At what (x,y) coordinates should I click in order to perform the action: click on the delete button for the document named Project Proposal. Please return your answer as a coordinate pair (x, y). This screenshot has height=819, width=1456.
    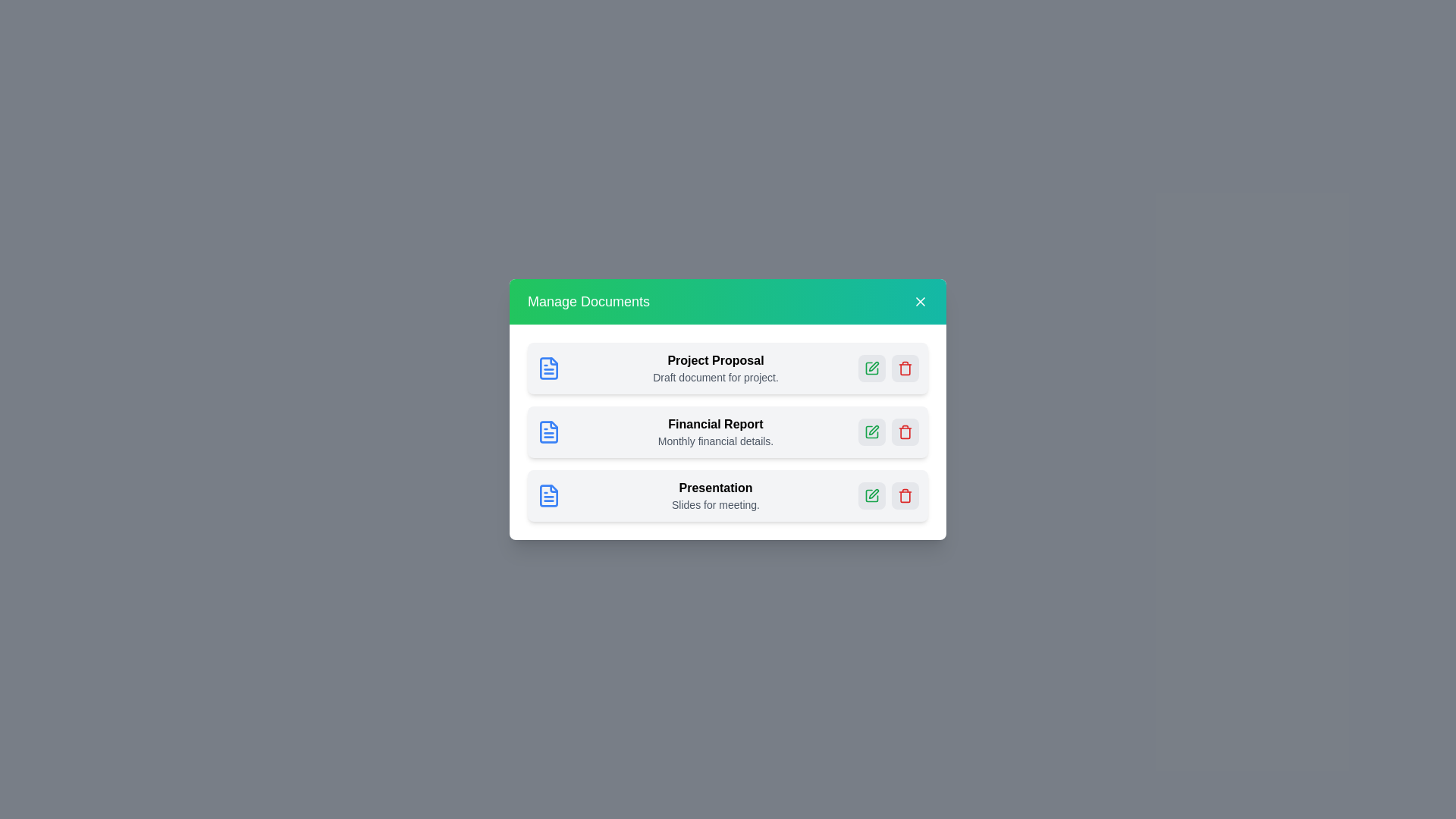
    Looking at the image, I should click on (905, 369).